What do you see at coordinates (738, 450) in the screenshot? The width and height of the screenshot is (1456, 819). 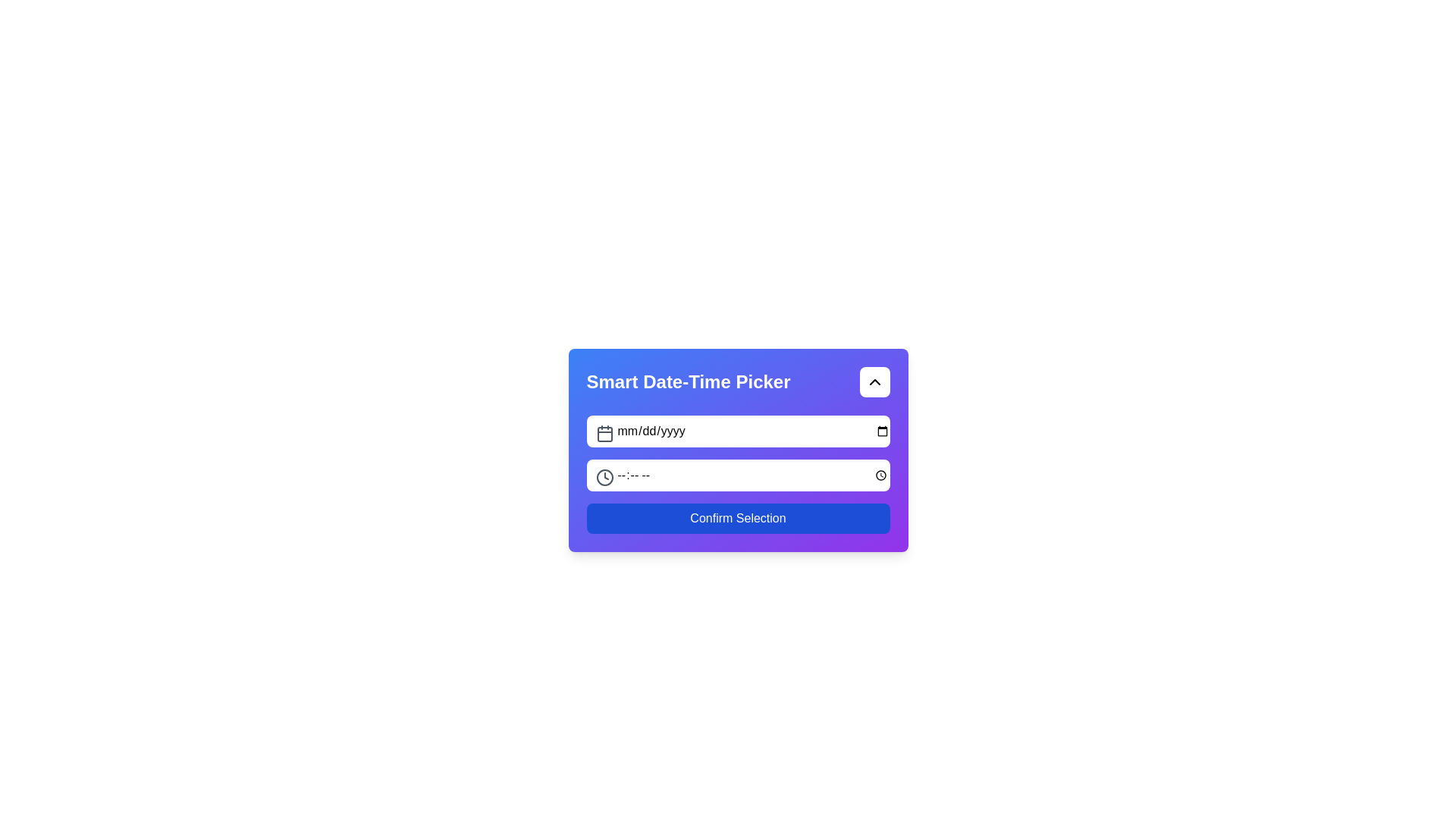 I see `a date or time by clicking on the calendar or clock input fields in the centered input form component with a gradient background` at bounding box center [738, 450].